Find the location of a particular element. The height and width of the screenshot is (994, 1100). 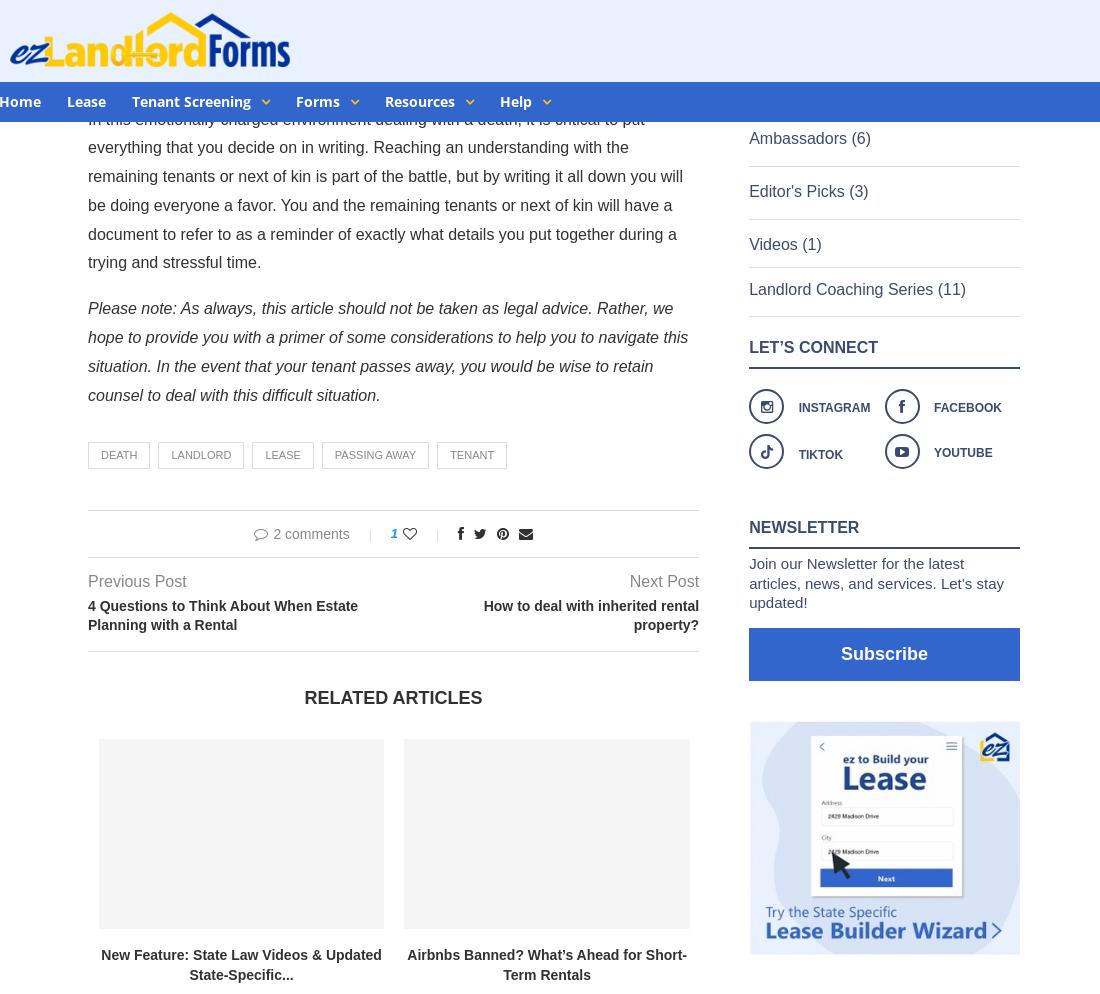

'Support' is located at coordinates (966, 528).